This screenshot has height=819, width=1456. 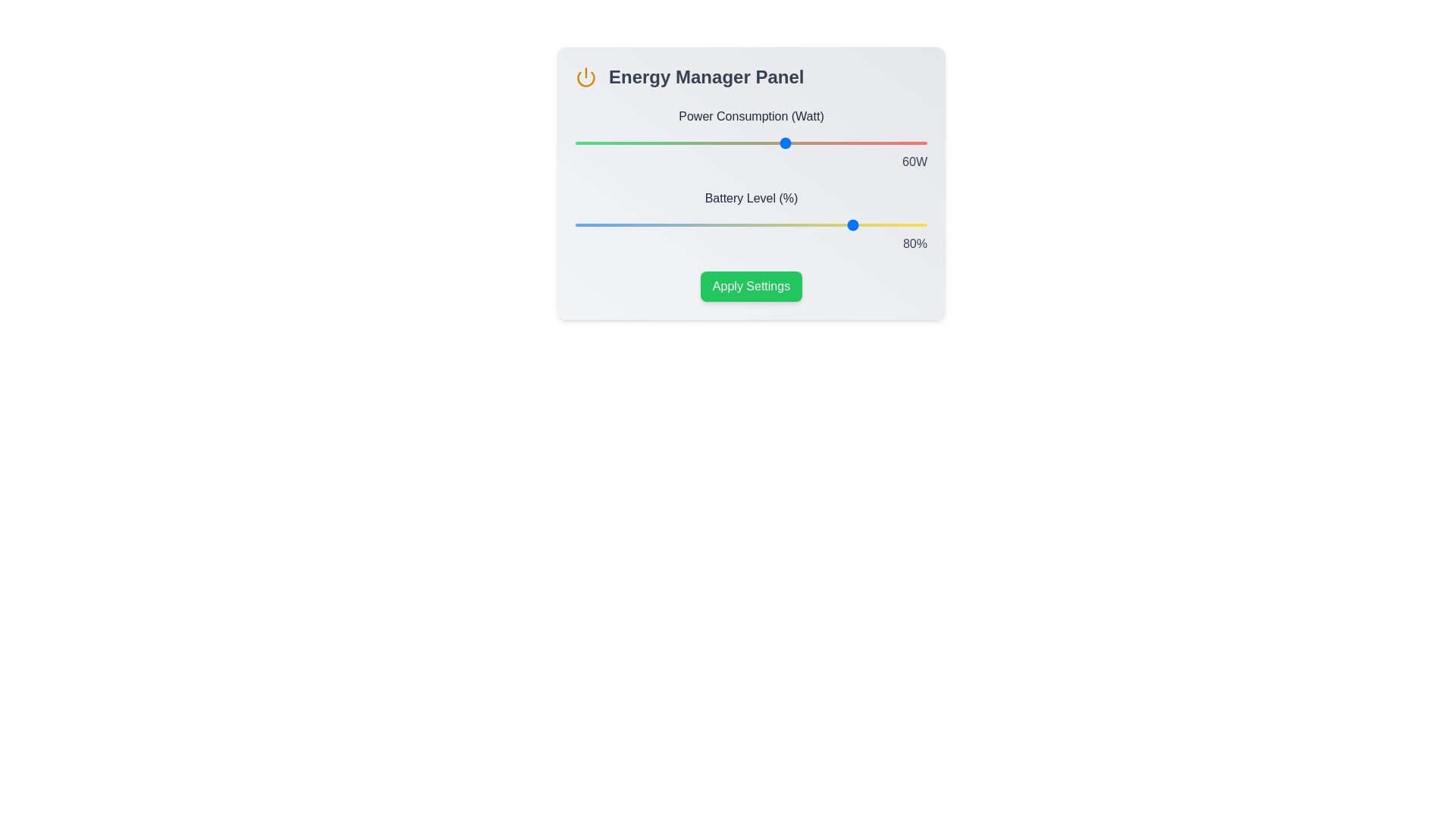 I want to click on the battery level slider to 30%, so click(x=680, y=225).